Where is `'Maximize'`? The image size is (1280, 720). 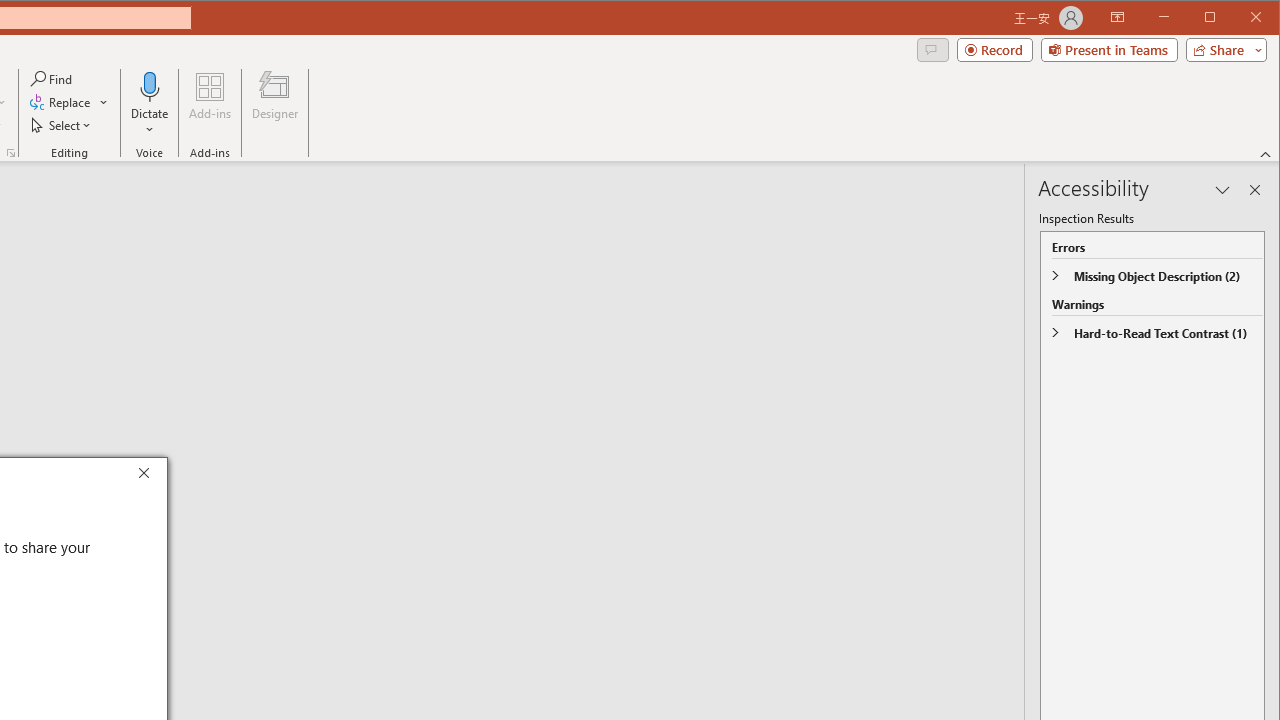 'Maximize' is located at coordinates (1238, 19).